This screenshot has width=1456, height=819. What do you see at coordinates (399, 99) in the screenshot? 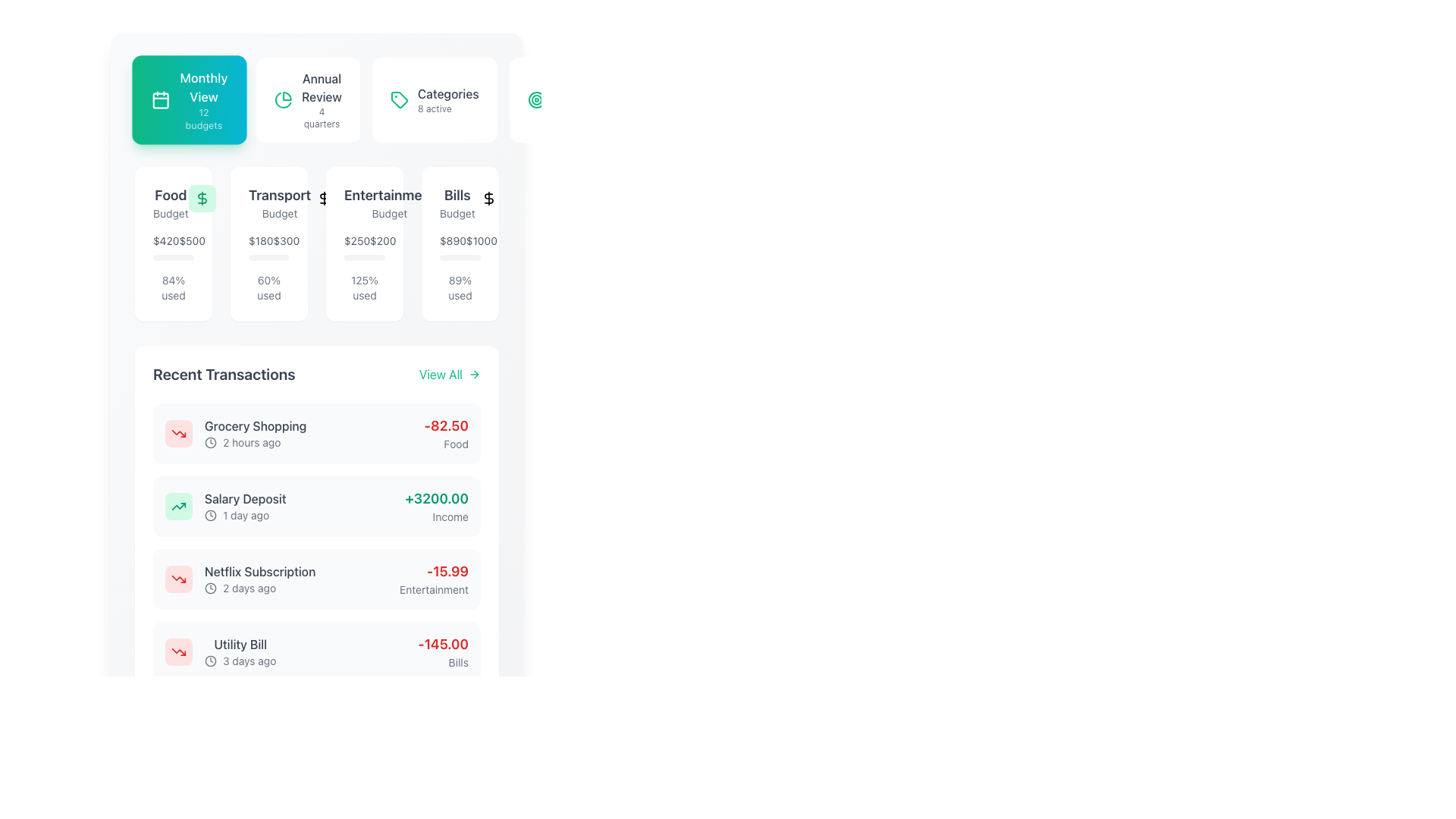
I see `the decorative icon located at the far left of the 'Categories 8 active' button in the top right section of the interface` at bounding box center [399, 99].